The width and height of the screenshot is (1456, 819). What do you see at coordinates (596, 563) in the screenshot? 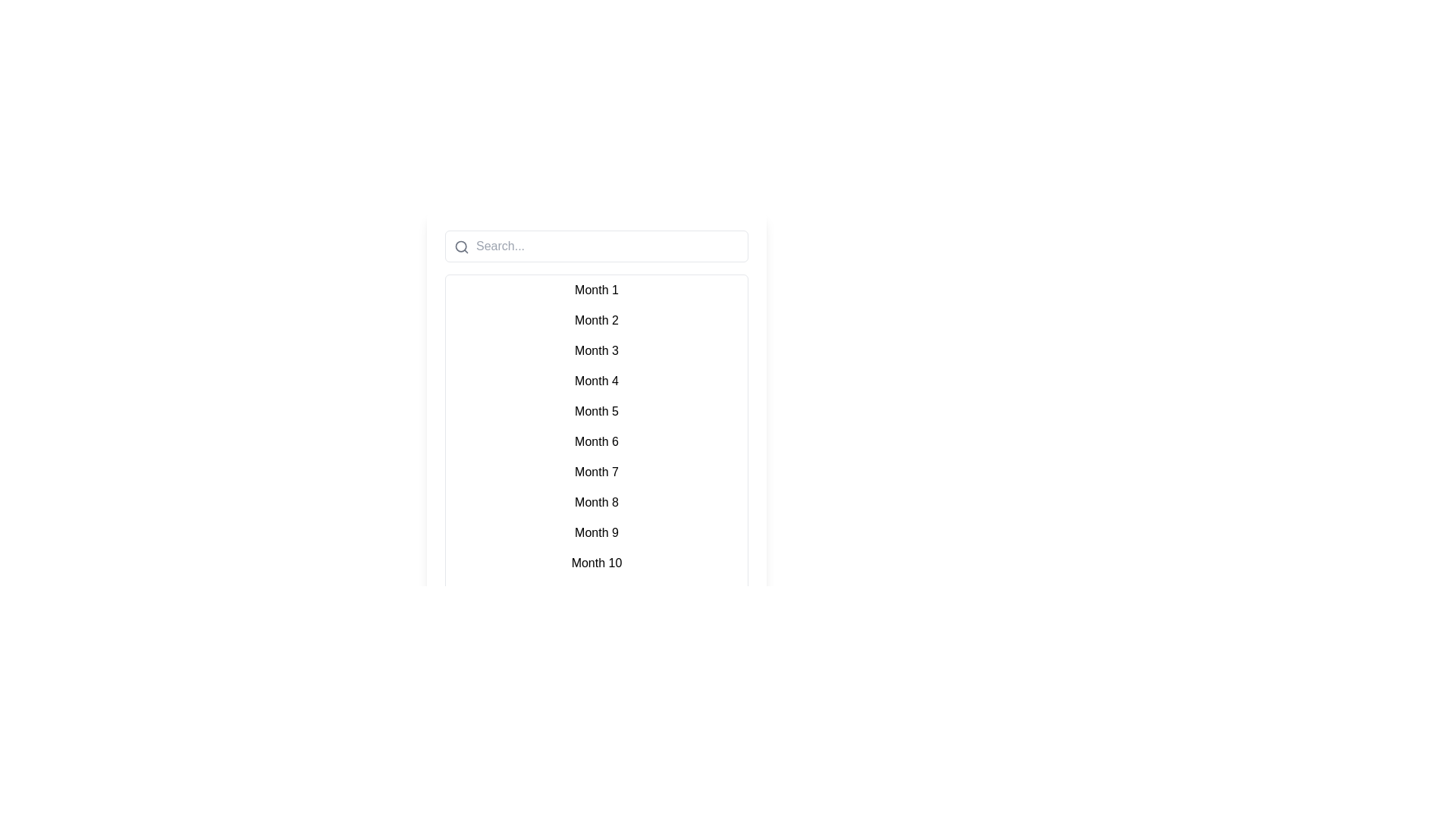
I see `the interactive list item representing the tenth month` at bounding box center [596, 563].